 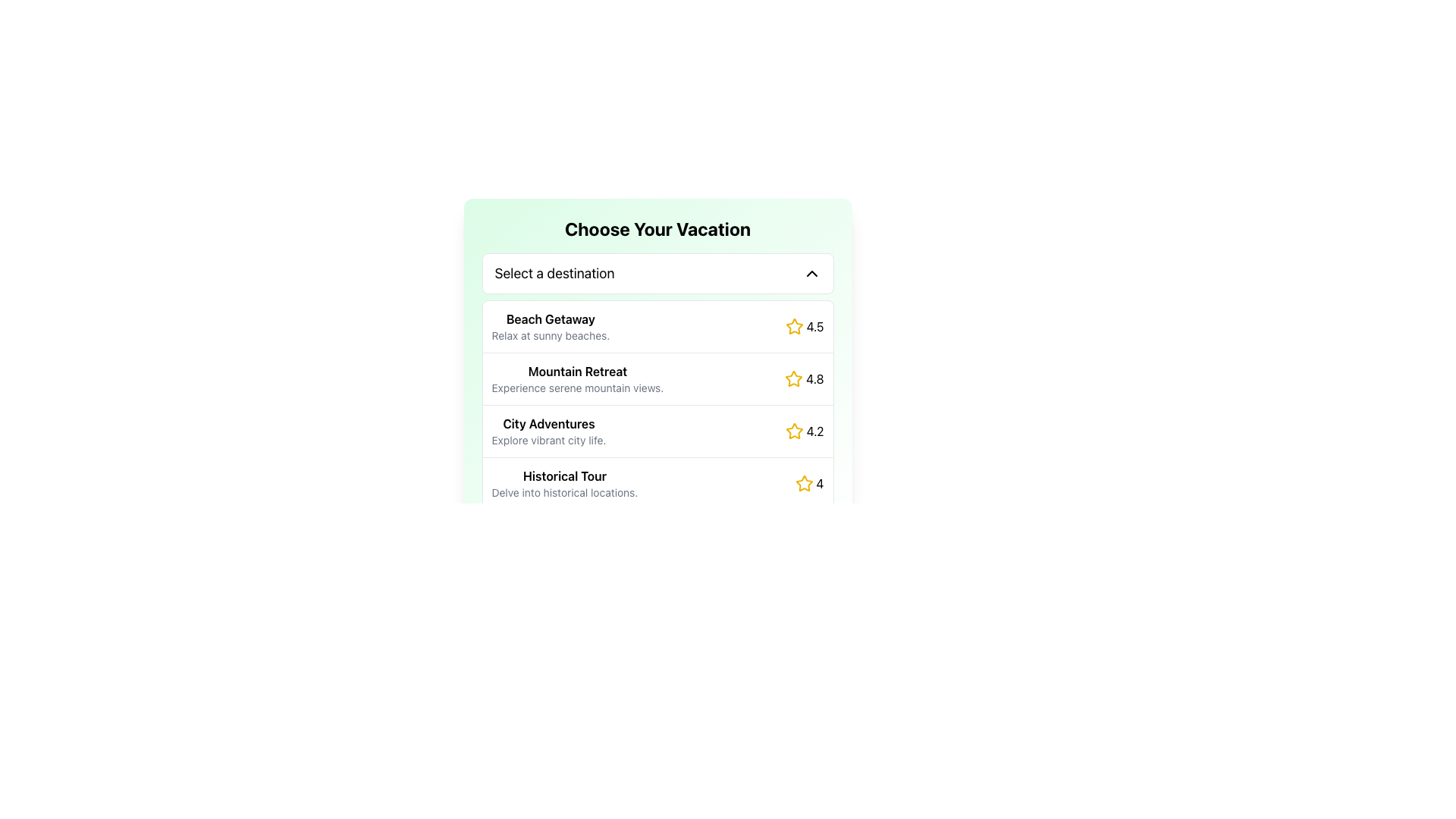 What do you see at coordinates (814, 431) in the screenshot?
I see `the rating score text for the 'City Adventures' destination, which is the third element in a vertical list aligned with a star icon` at bounding box center [814, 431].